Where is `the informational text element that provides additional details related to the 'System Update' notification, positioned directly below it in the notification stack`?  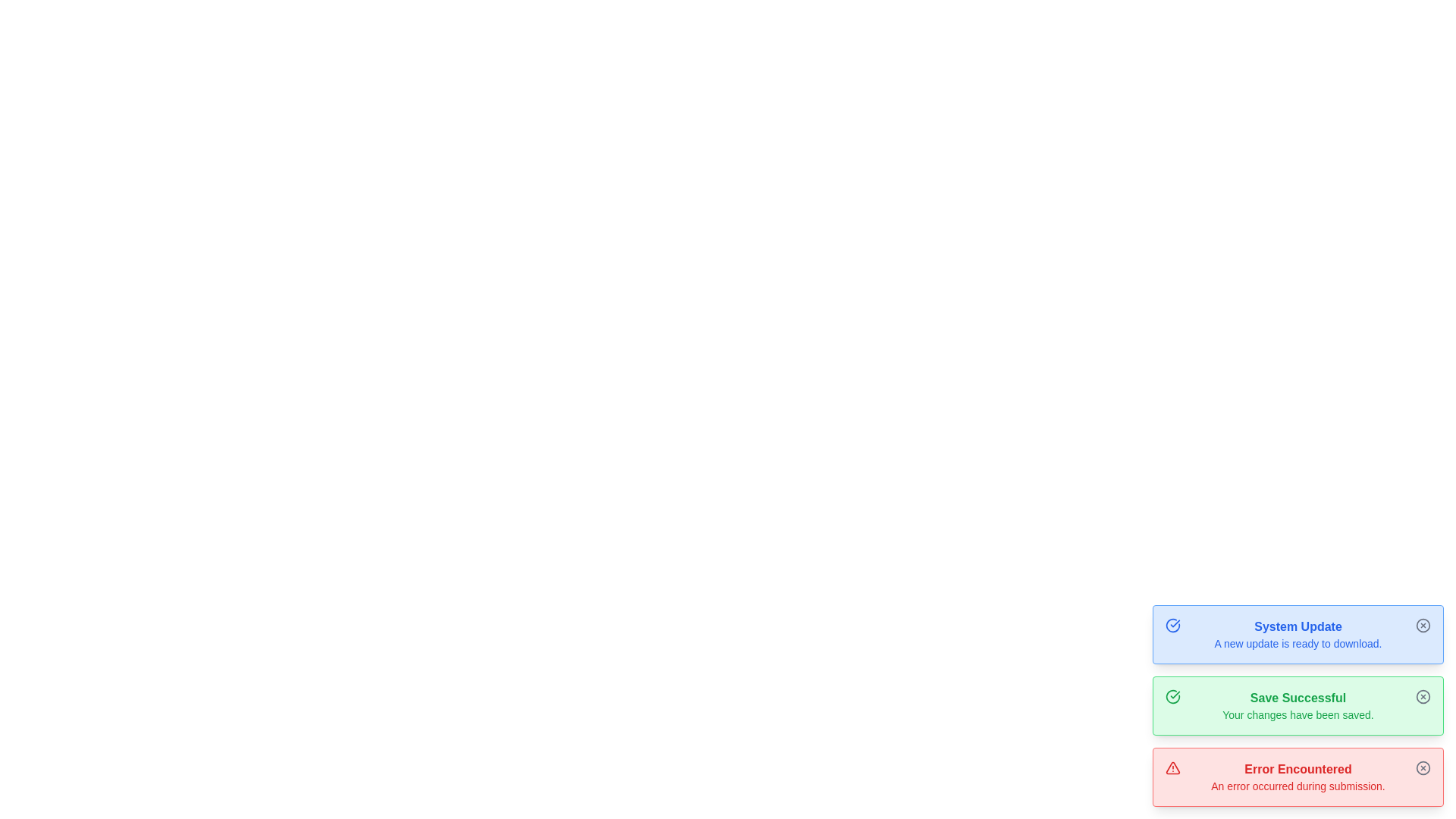 the informational text element that provides additional details related to the 'System Update' notification, positioned directly below it in the notification stack is located at coordinates (1298, 643).